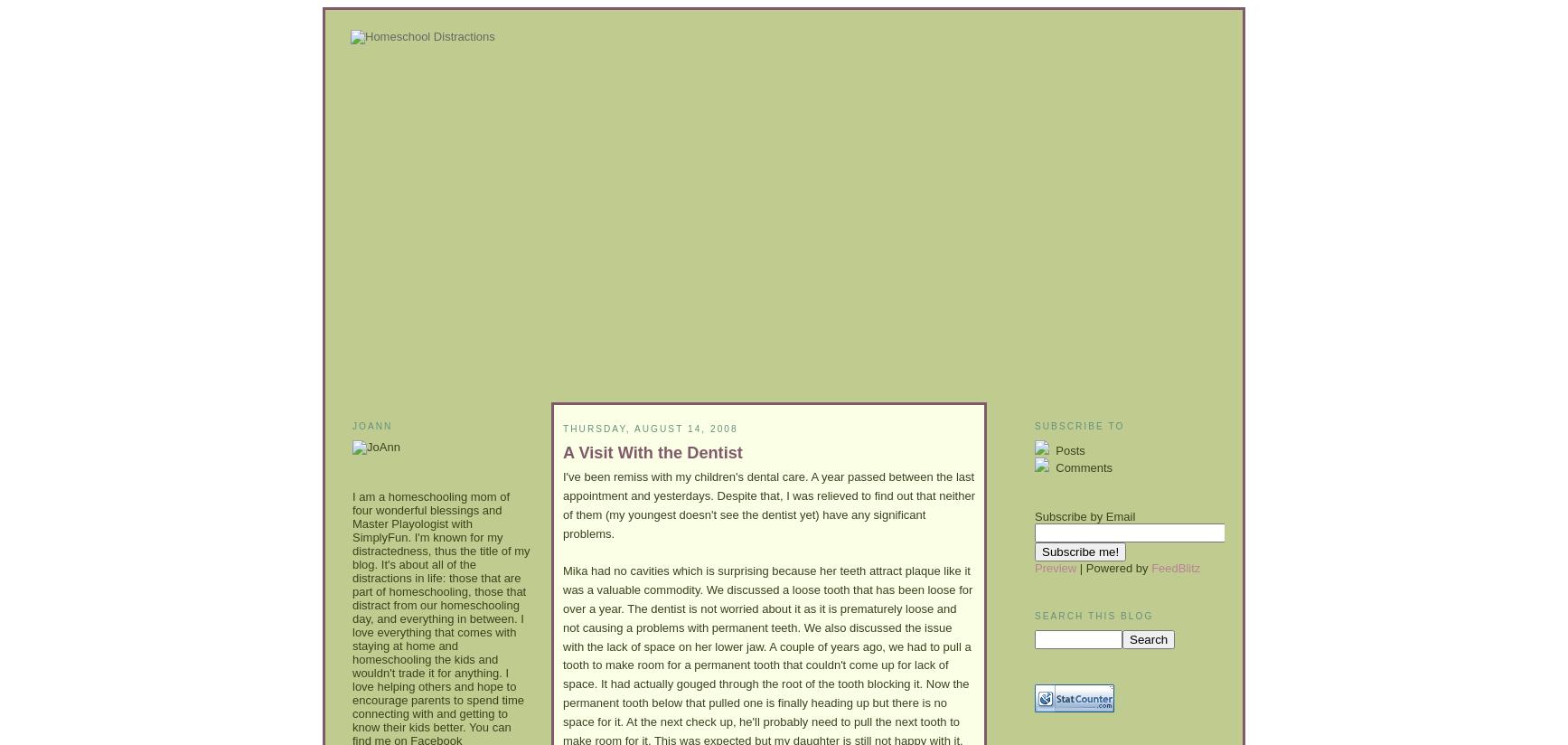 This screenshot has height=745, width=1568. Describe the element at coordinates (1113, 566) in the screenshot. I see `'| Powered by'` at that location.